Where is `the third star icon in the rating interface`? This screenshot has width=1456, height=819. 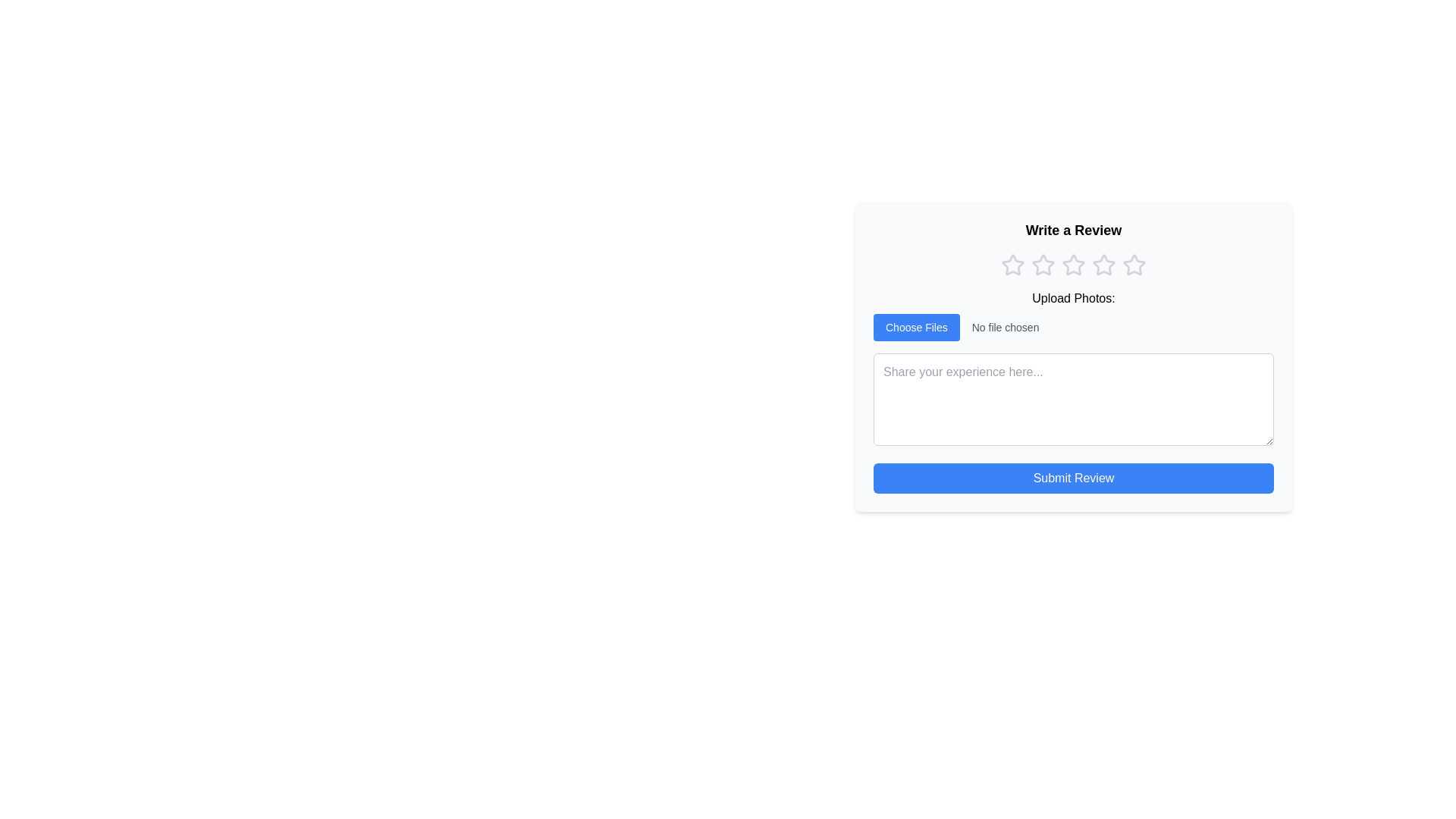
the third star icon in the rating interface is located at coordinates (1073, 265).